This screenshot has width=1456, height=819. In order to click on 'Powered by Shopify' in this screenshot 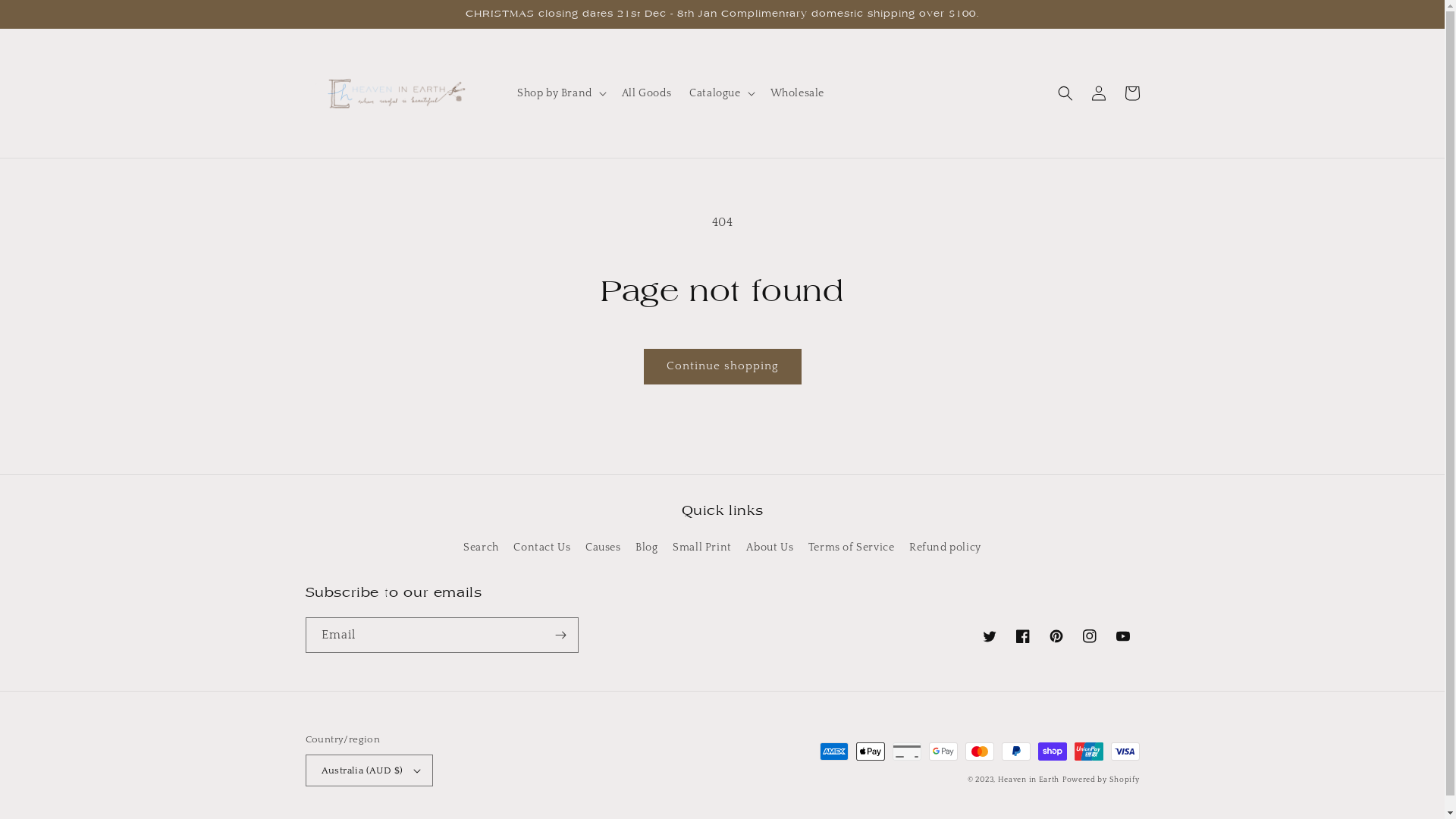, I will do `click(1101, 780)`.